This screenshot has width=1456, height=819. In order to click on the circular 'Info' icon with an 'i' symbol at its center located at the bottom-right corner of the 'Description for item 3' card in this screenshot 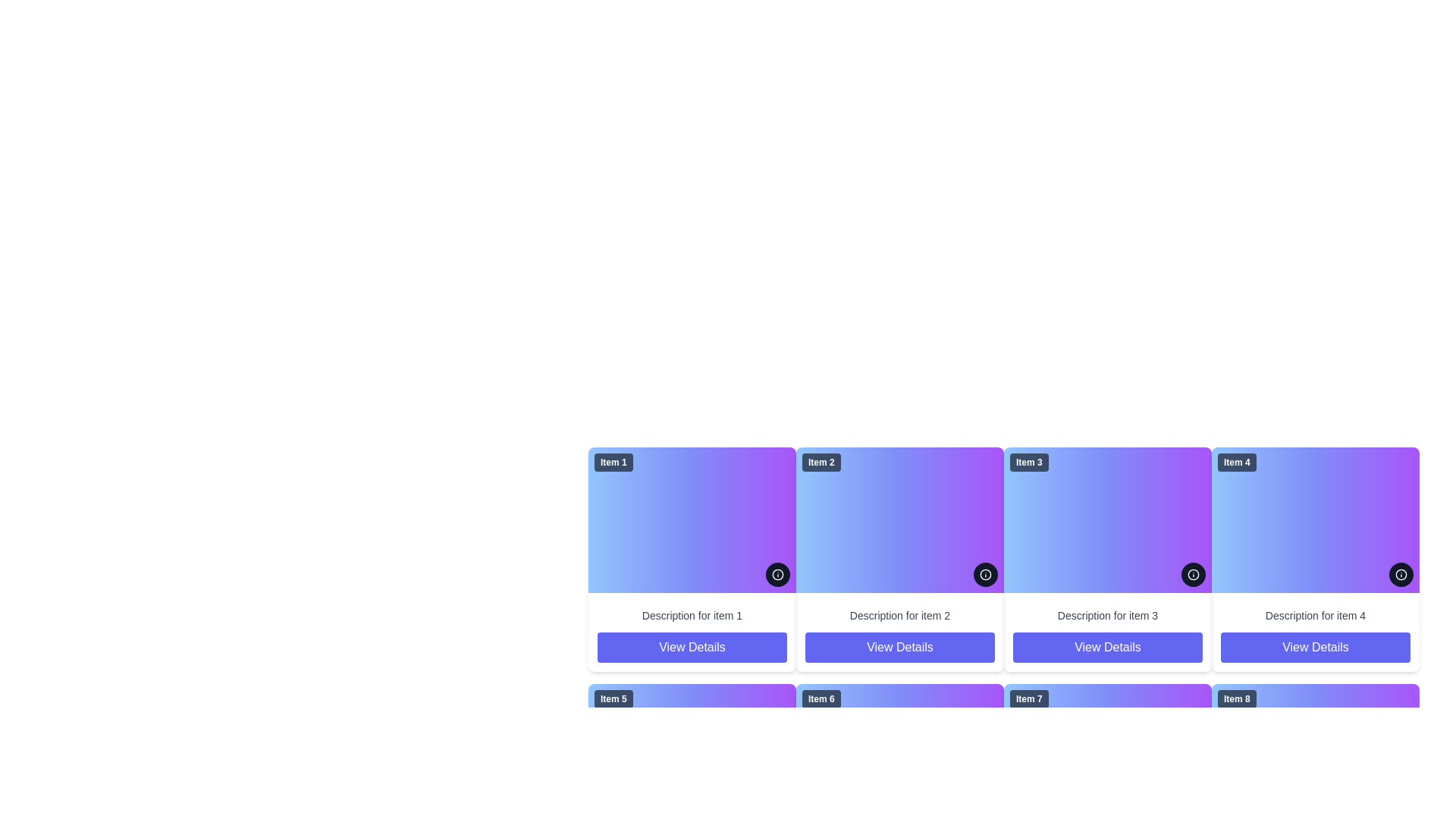, I will do `click(1193, 575)`.